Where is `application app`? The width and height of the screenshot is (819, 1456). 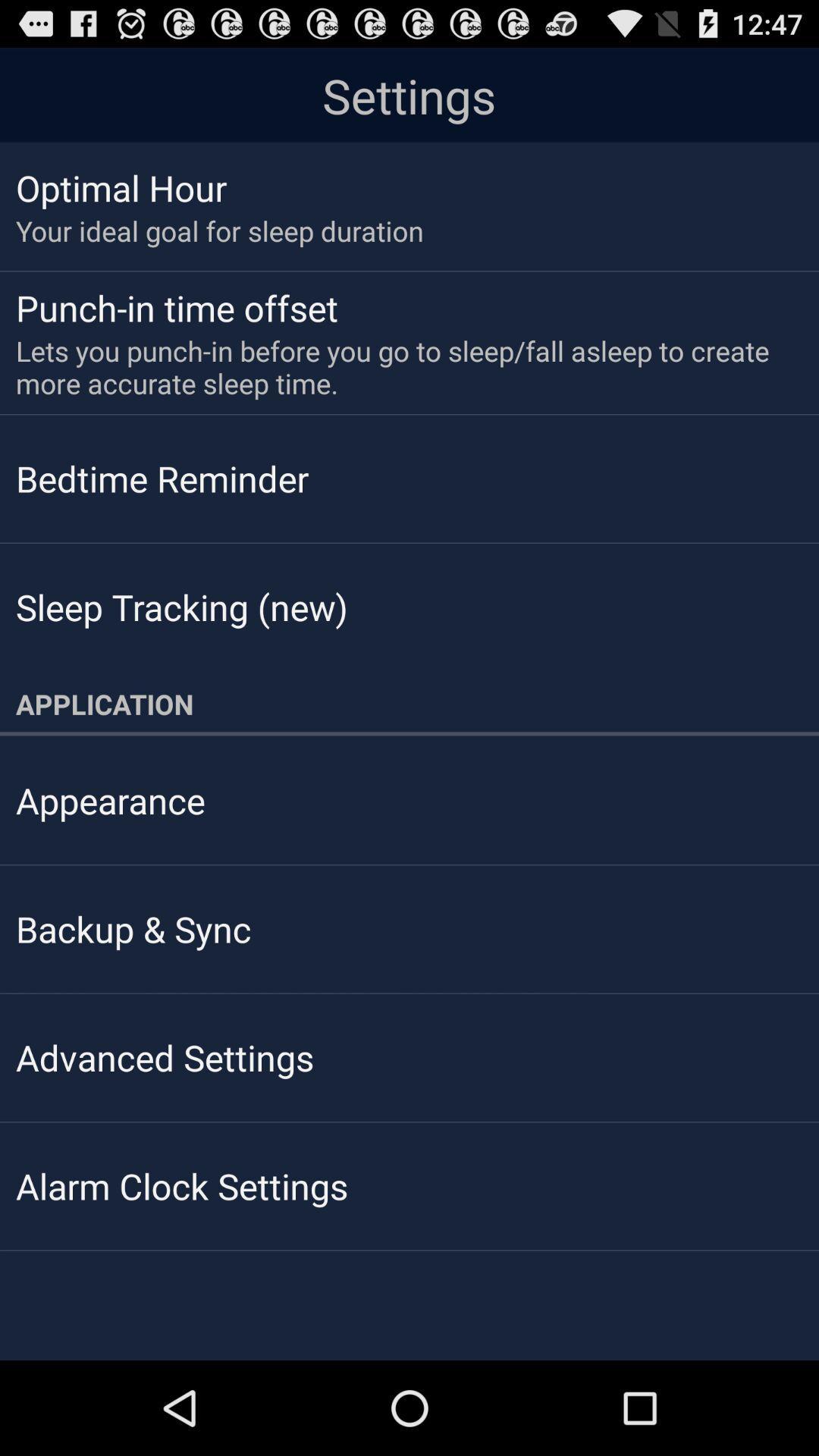
application app is located at coordinates (409, 703).